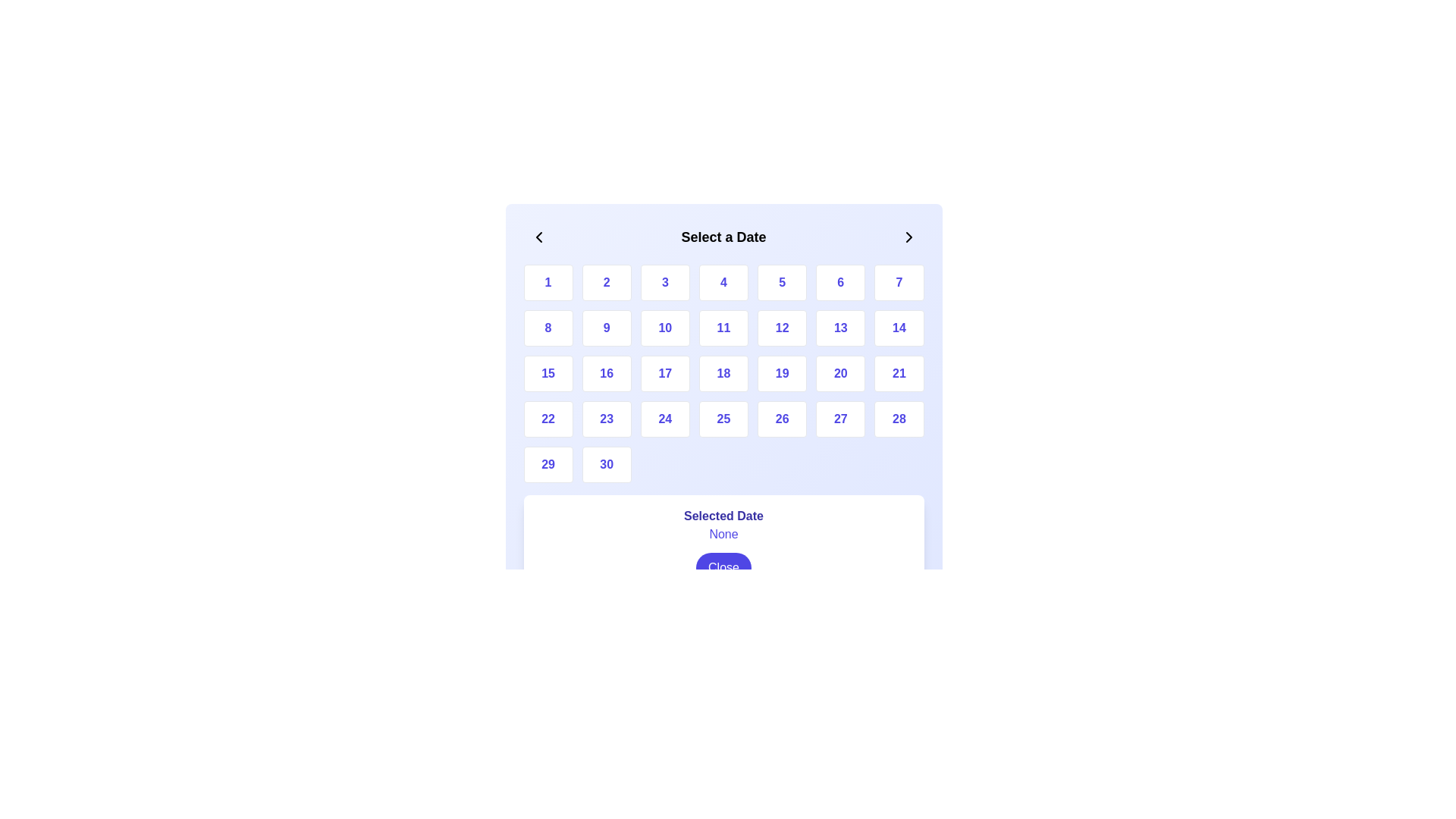  What do you see at coordinates (665, 327) in the screenshot?
I see `the rectangular button with rounded corners and the indigo text '10'` at bounding box center [665, 327].